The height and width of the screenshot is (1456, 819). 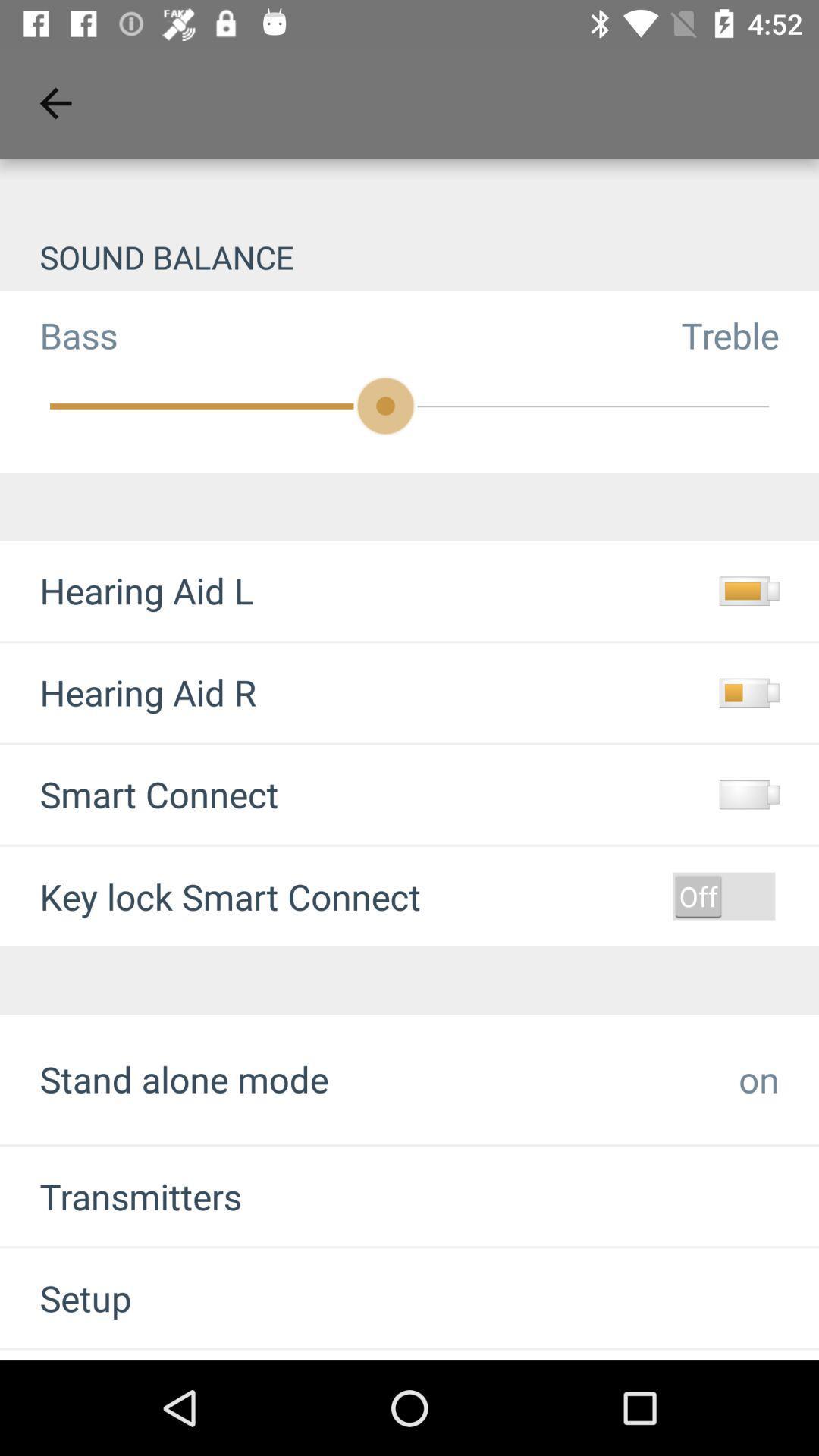 What do you see at coordinates (749, 334) in the screenshot?
I see `the icon to the right of bass` at bounding box center [749, 334].